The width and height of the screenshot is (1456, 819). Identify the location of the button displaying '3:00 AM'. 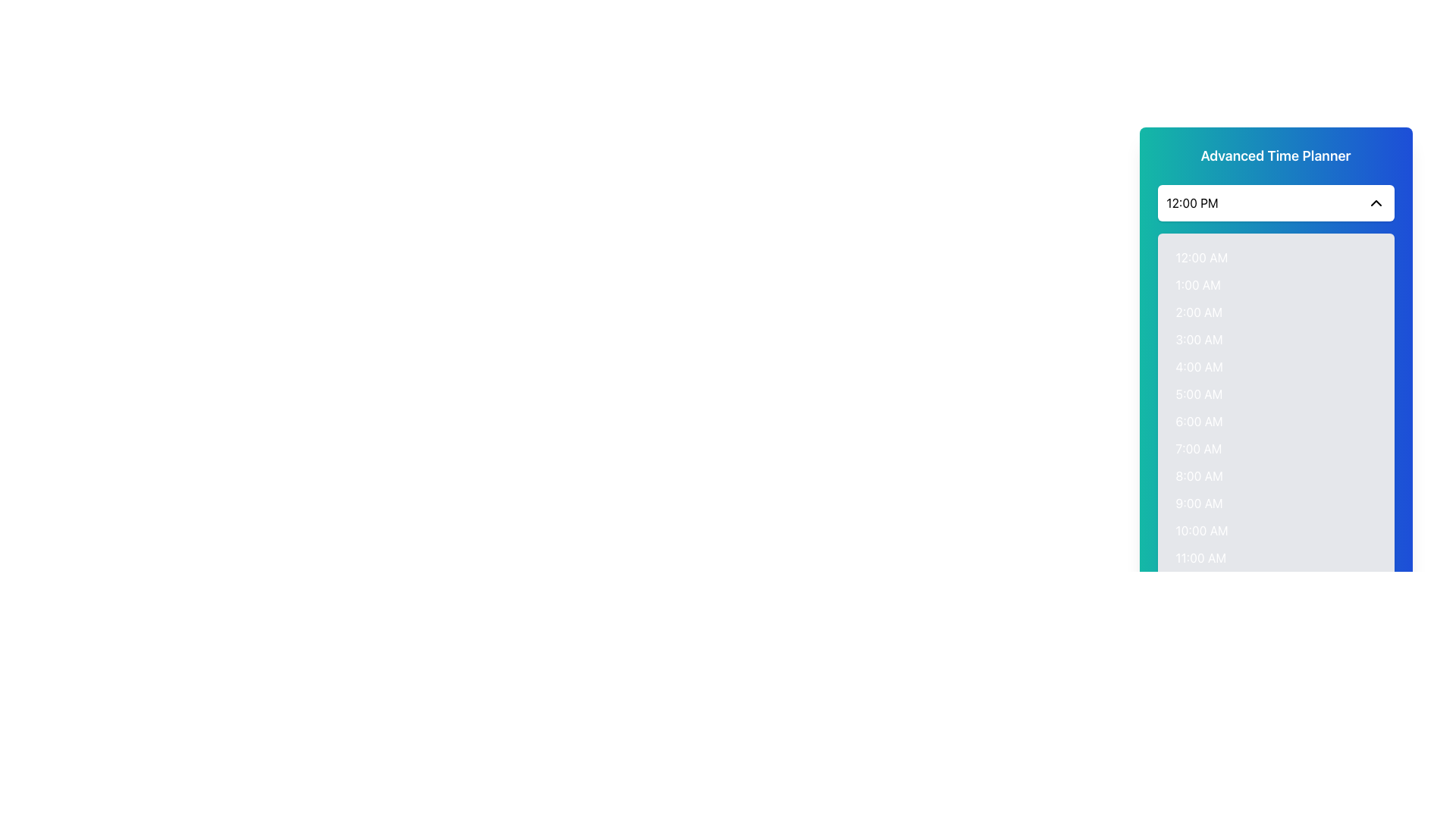
(1275, 338).